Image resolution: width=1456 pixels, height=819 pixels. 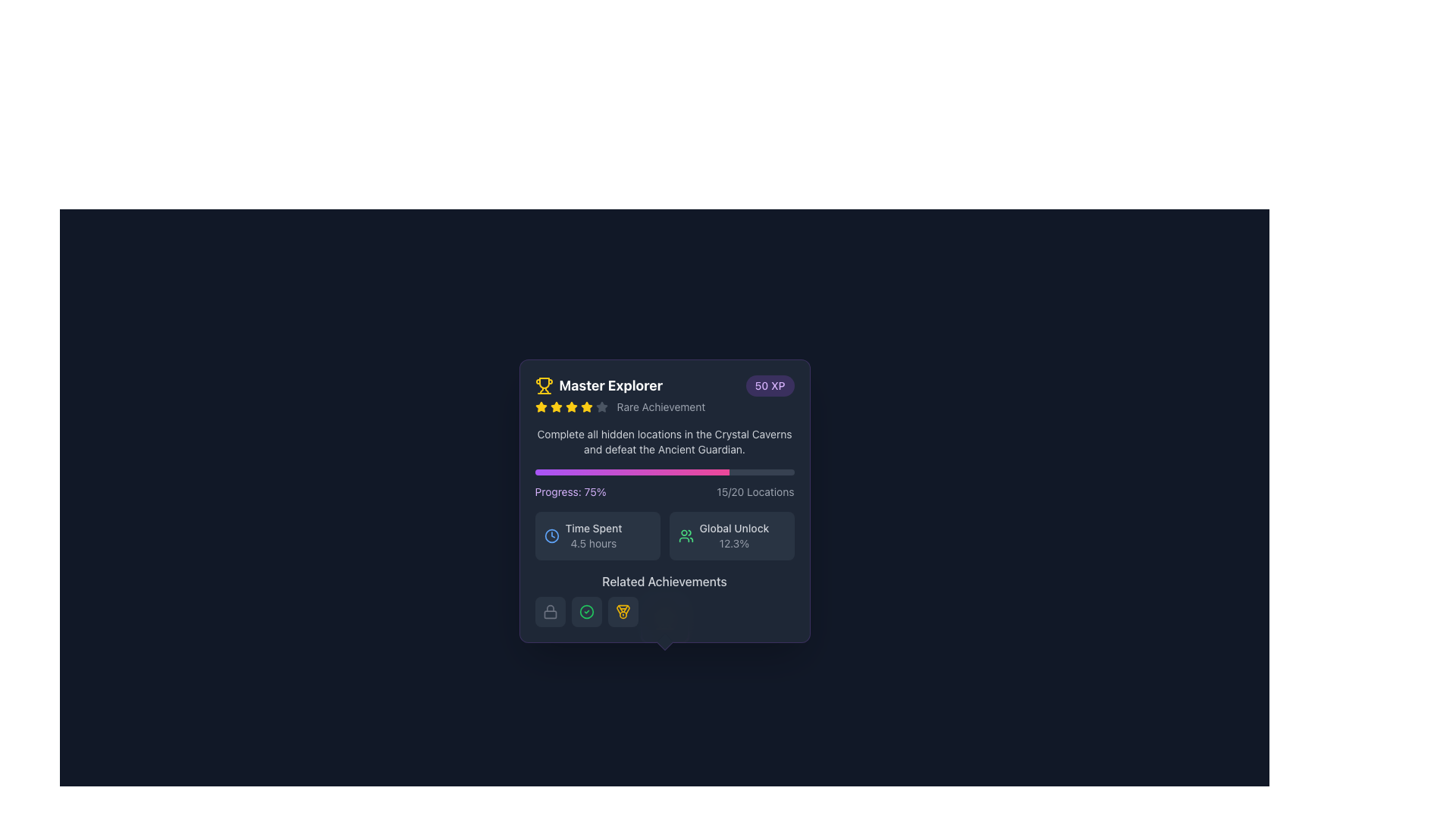 What do you see at coordinates (610, 385) in the screenshot?
I see `the text label that serves as a title for the associated achievement, located in the top-left corner of its enclosing card-style UI element, next to a yellow trophy icon` at bounding box center [610, 385].